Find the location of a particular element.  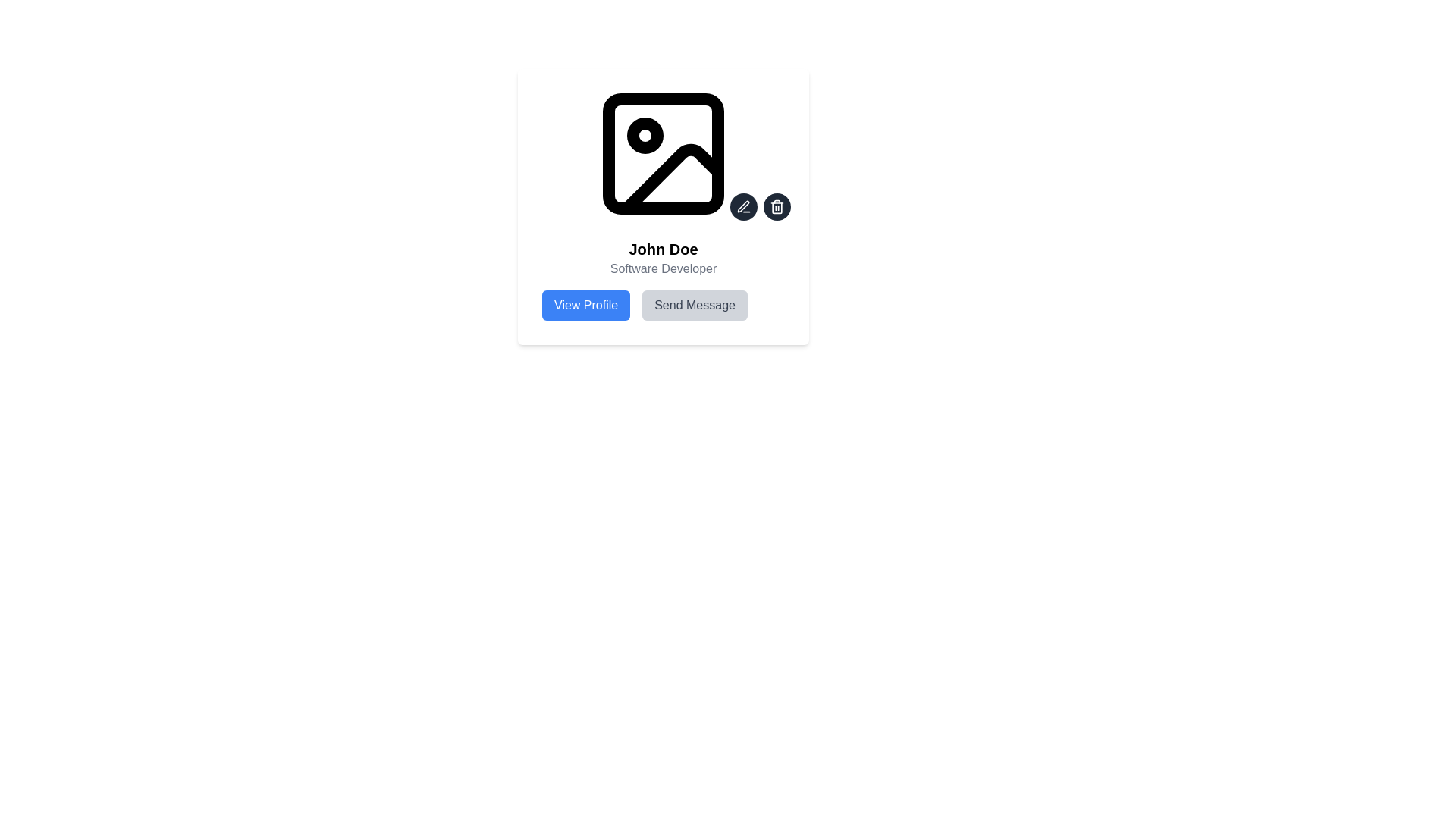

the edit button located in the bottom-right section of the visual profile card to initiate an edit action is located at coordinates (743, 207).